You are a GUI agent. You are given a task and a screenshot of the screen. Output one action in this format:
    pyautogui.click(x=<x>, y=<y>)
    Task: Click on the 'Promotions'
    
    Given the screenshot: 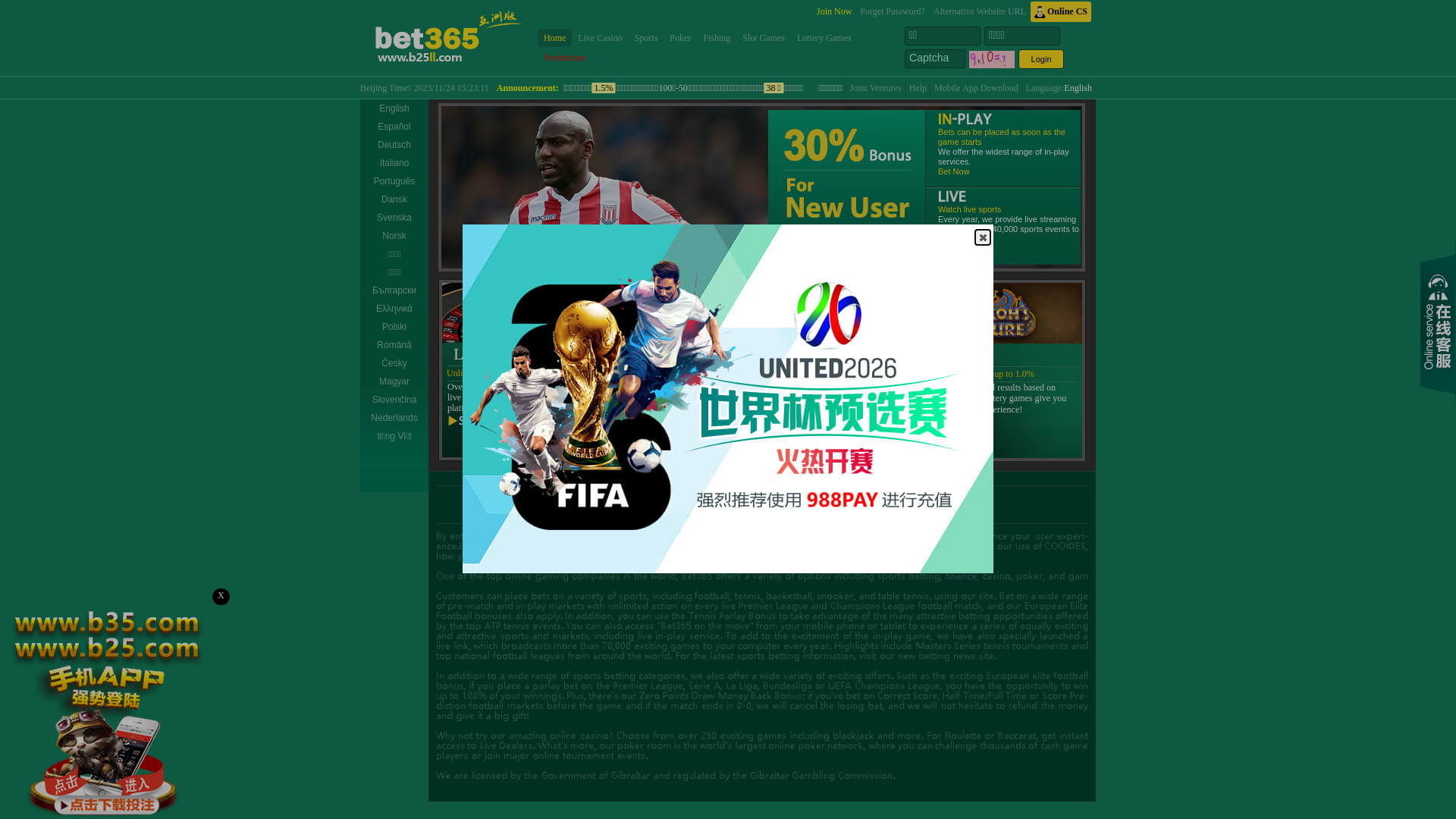 What is the action you would take?
    pyautogui.click(x=538, y=57)
    